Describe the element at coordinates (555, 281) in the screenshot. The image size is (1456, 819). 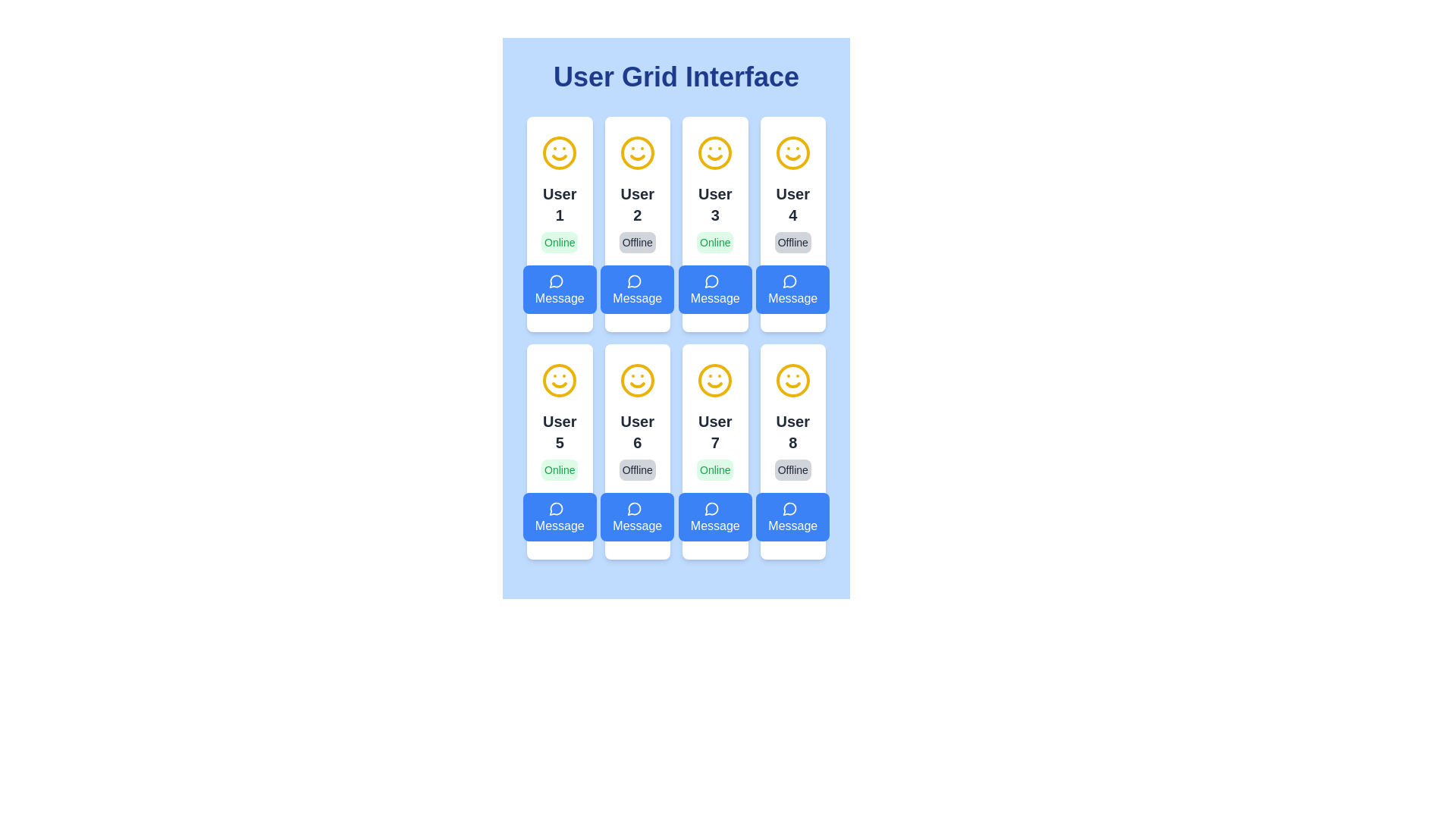
I see `the 'Message' button represented by an icon located in the second row of the grid under the user card labeled 'User 5' to initiate a message` at that location.